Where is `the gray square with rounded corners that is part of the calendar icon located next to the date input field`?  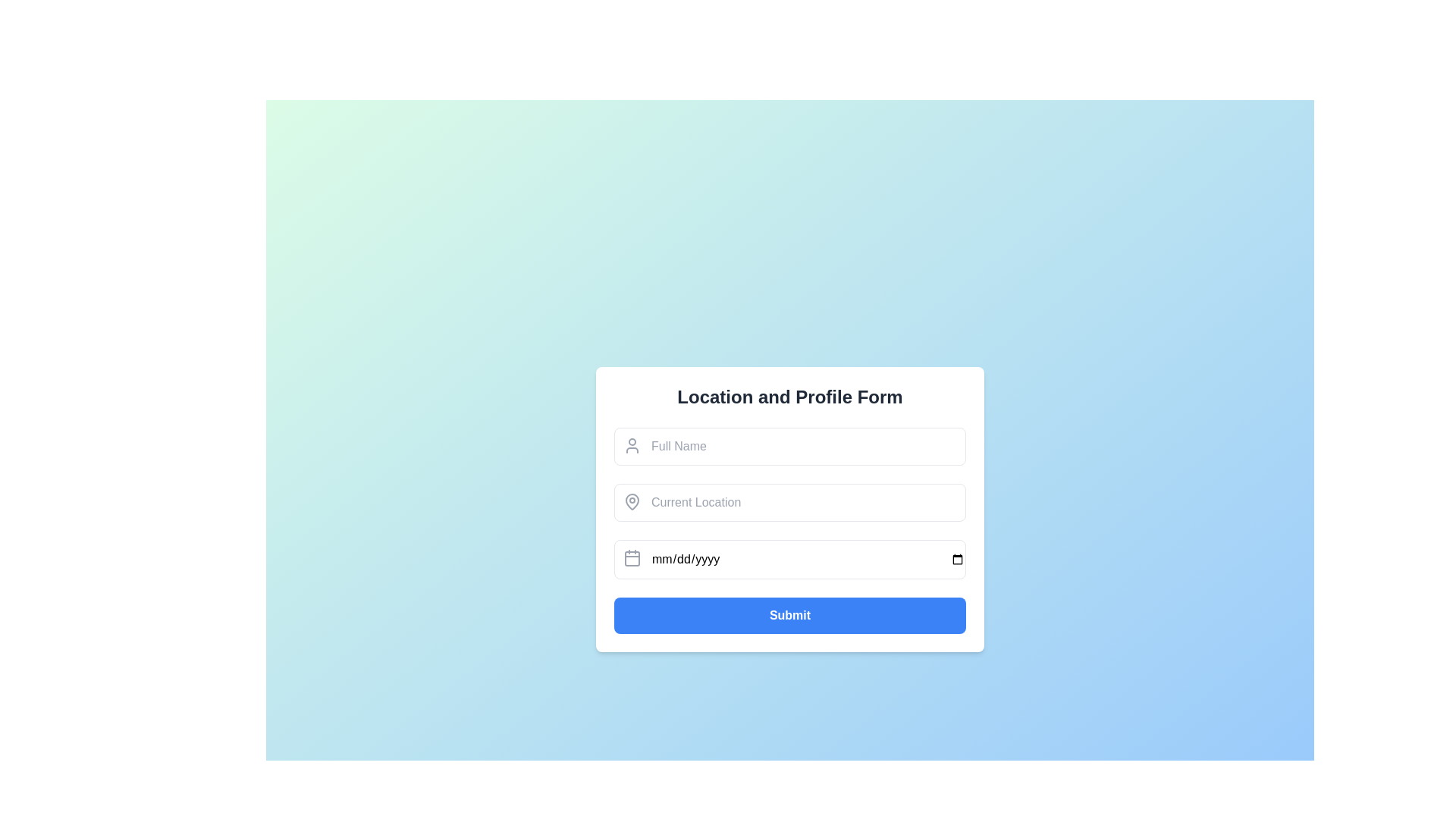 the gray square with rounded corners that is part of the calendar icon located next to the date input field is located at coordinates (632, 558).